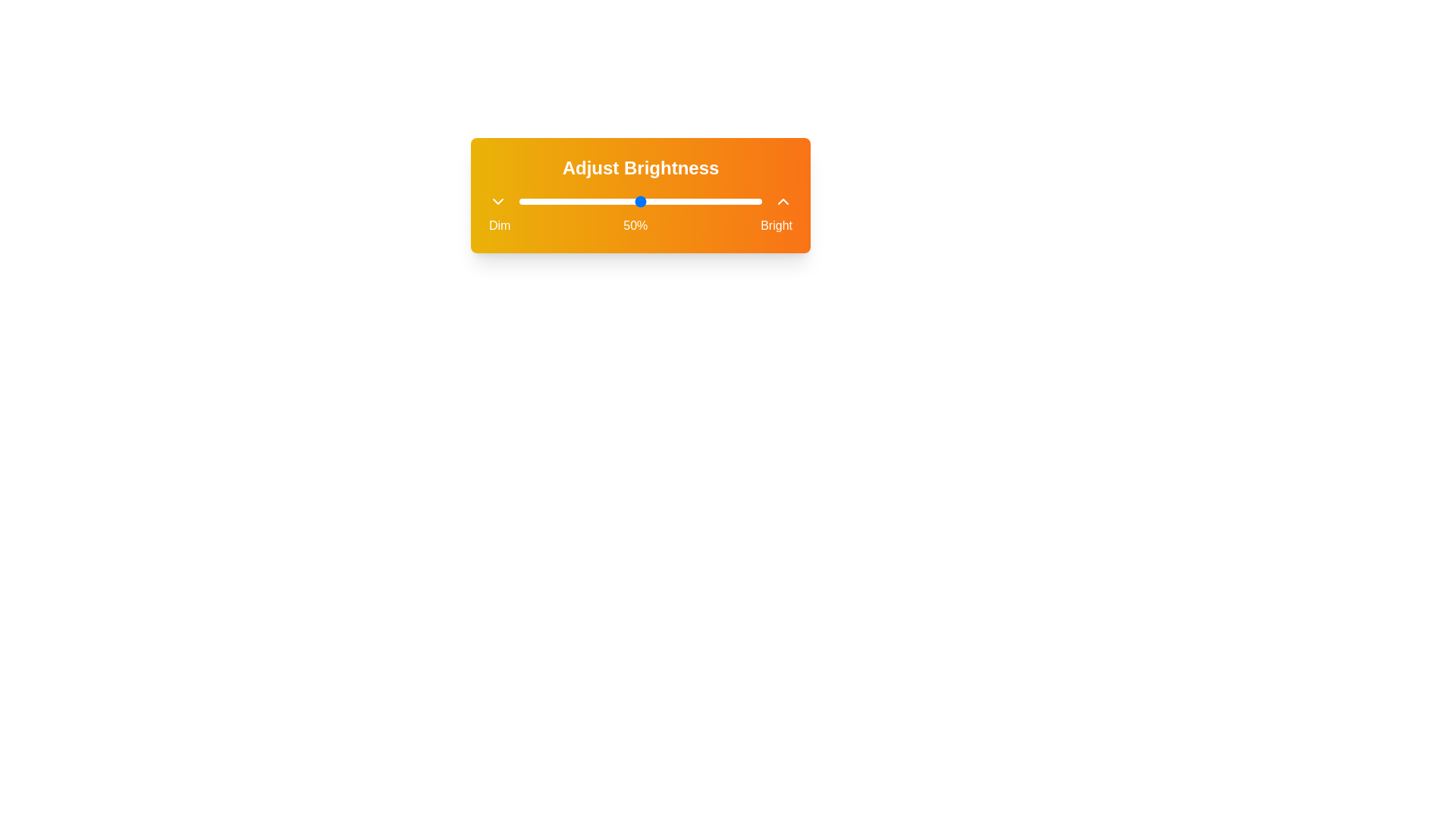  What do you see at coordinates (640, 225) in the screenshot?
I see `the Label element displaying 'Dim 50% Bright', which is styled in white and aligned horizontally below the 'Adjust Brightness' text and slider interface` at bounding box center [640, 225].